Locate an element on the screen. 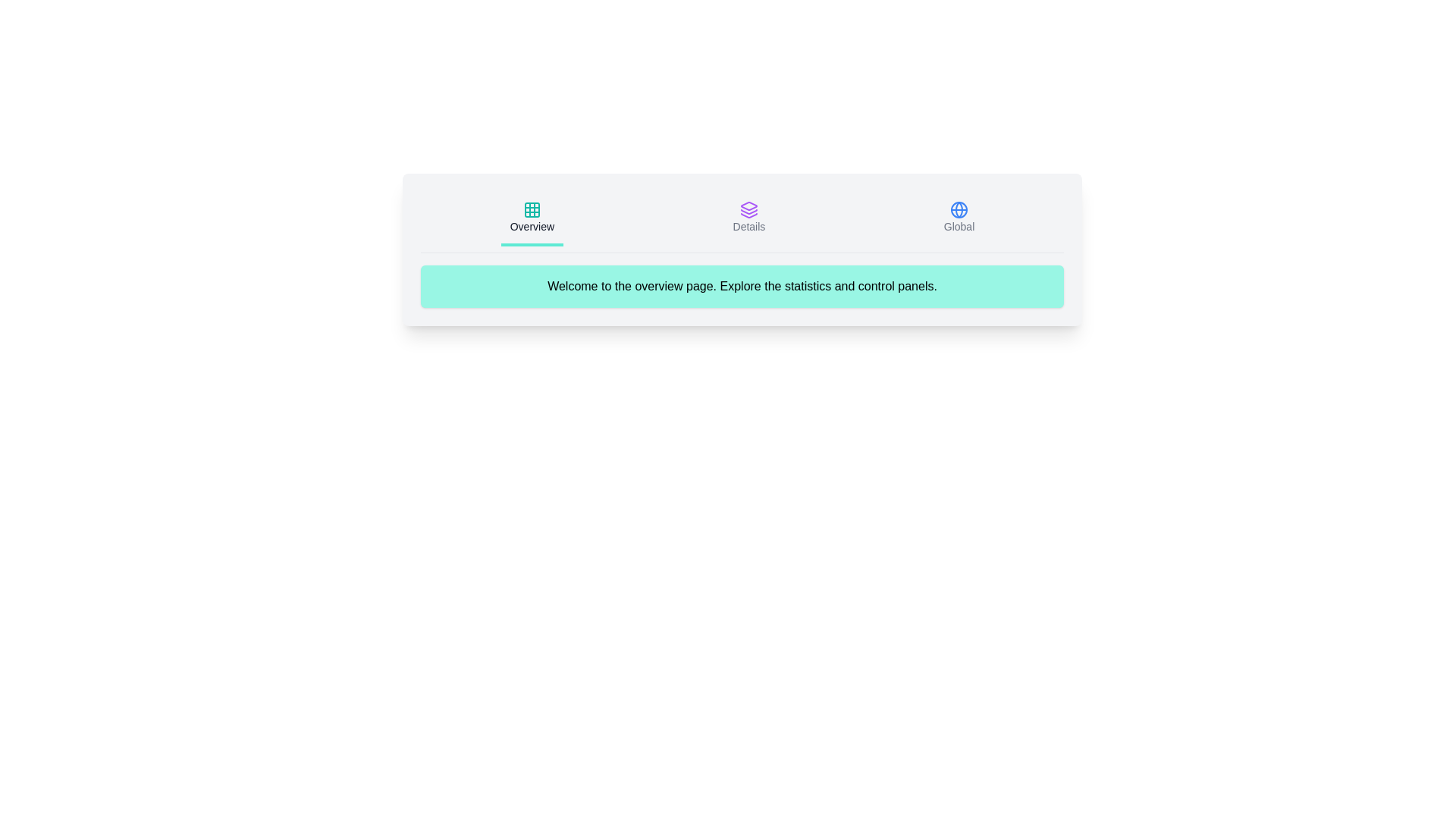  the Details tab to view its content is located at coordinates (748, 219).